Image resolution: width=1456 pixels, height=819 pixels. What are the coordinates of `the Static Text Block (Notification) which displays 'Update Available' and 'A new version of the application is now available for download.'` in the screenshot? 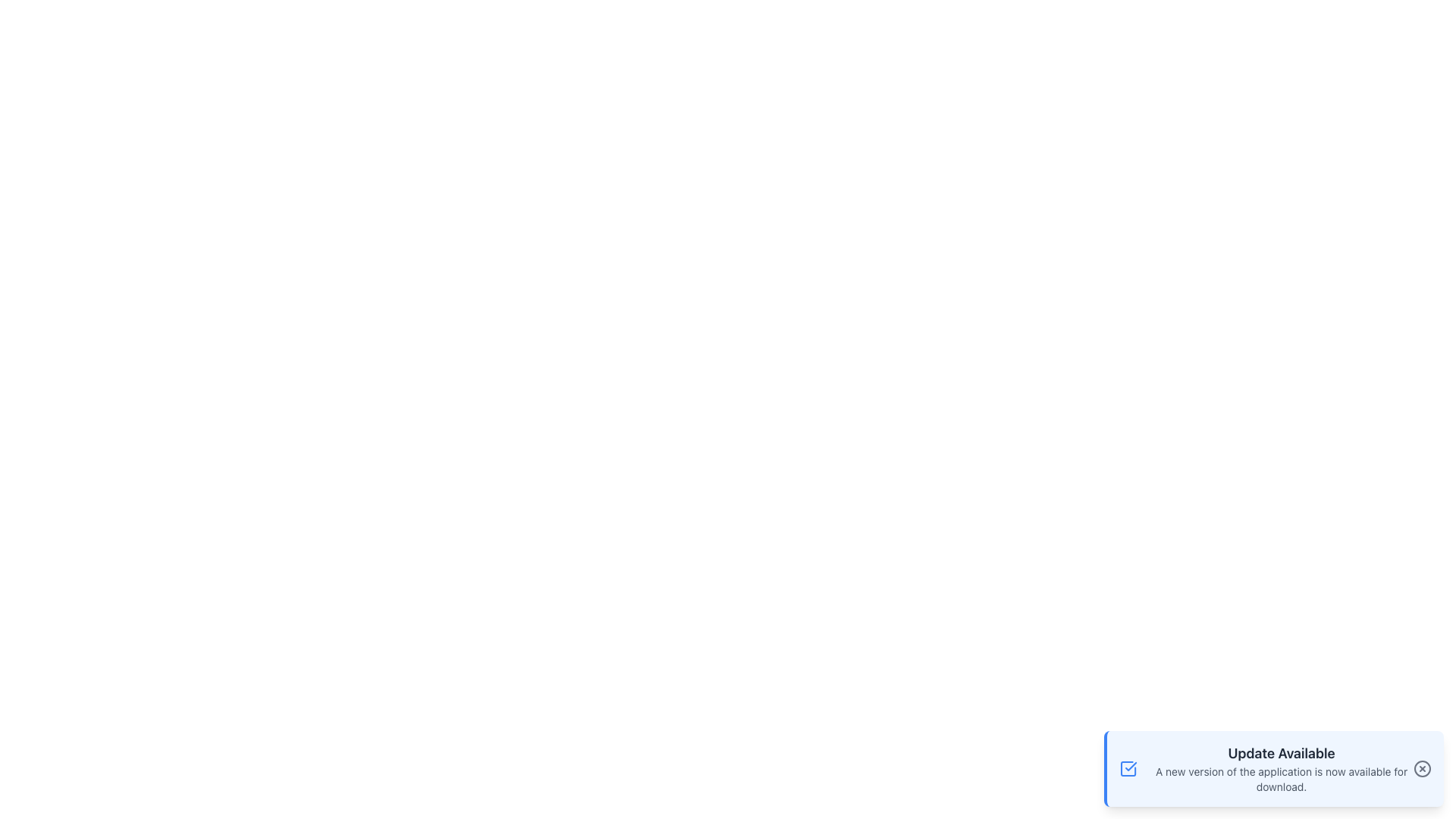 It's located at (1281, 769).